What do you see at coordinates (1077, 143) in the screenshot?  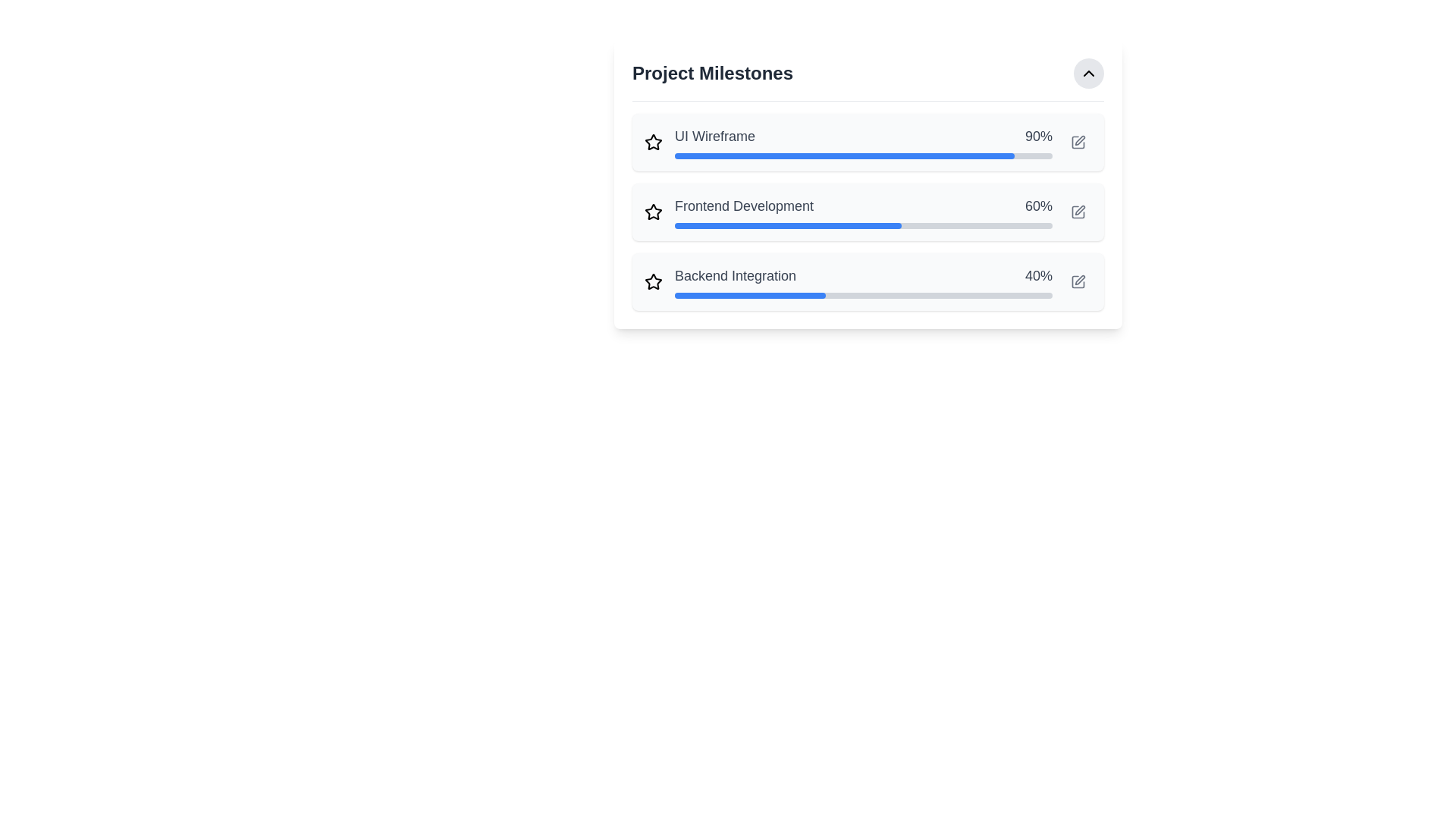 I see `the edit action icon located at the upper-right corner of the first milestone entry for 'UI Wireframe' to change its color` at bounding box center [1077, 143].